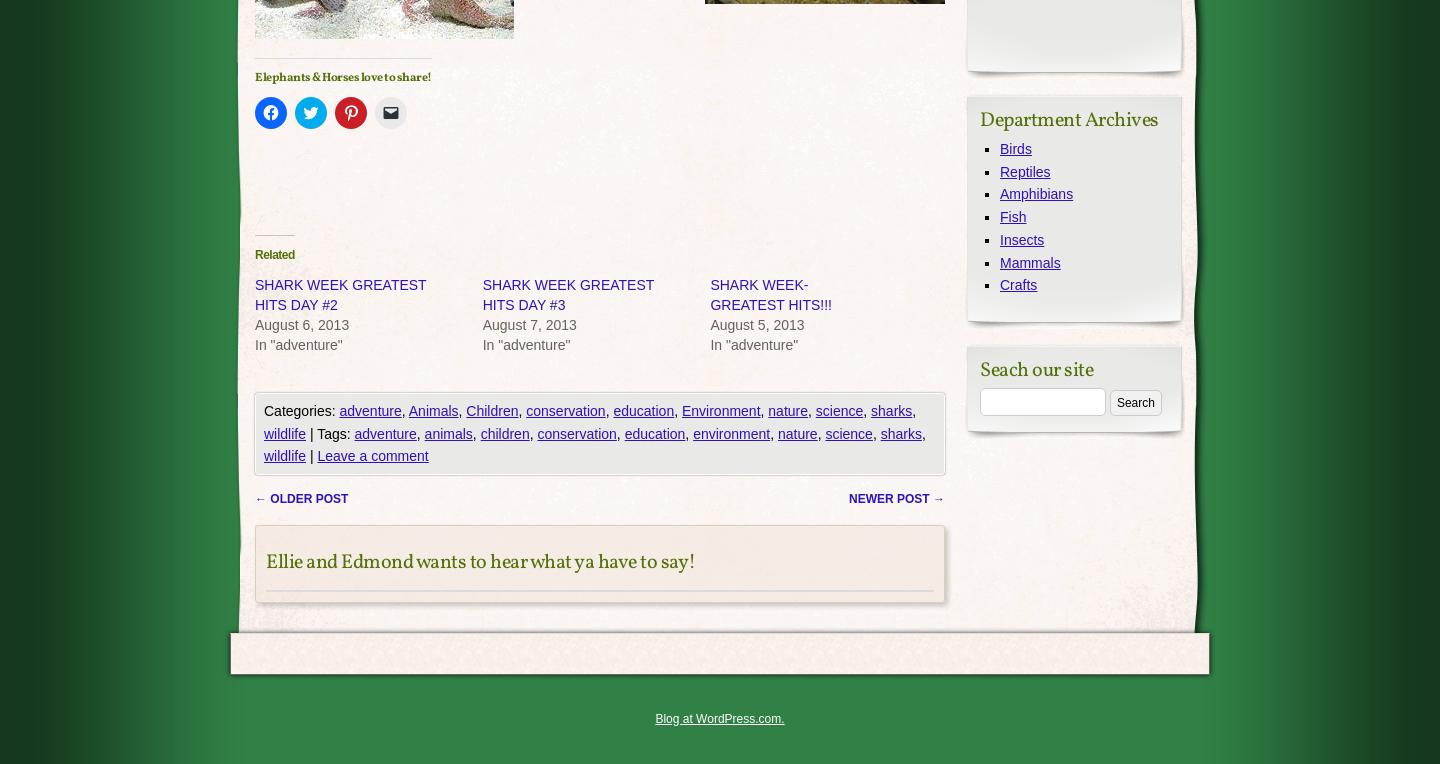  I want to click on 'Mammals', so click(1030, 261).